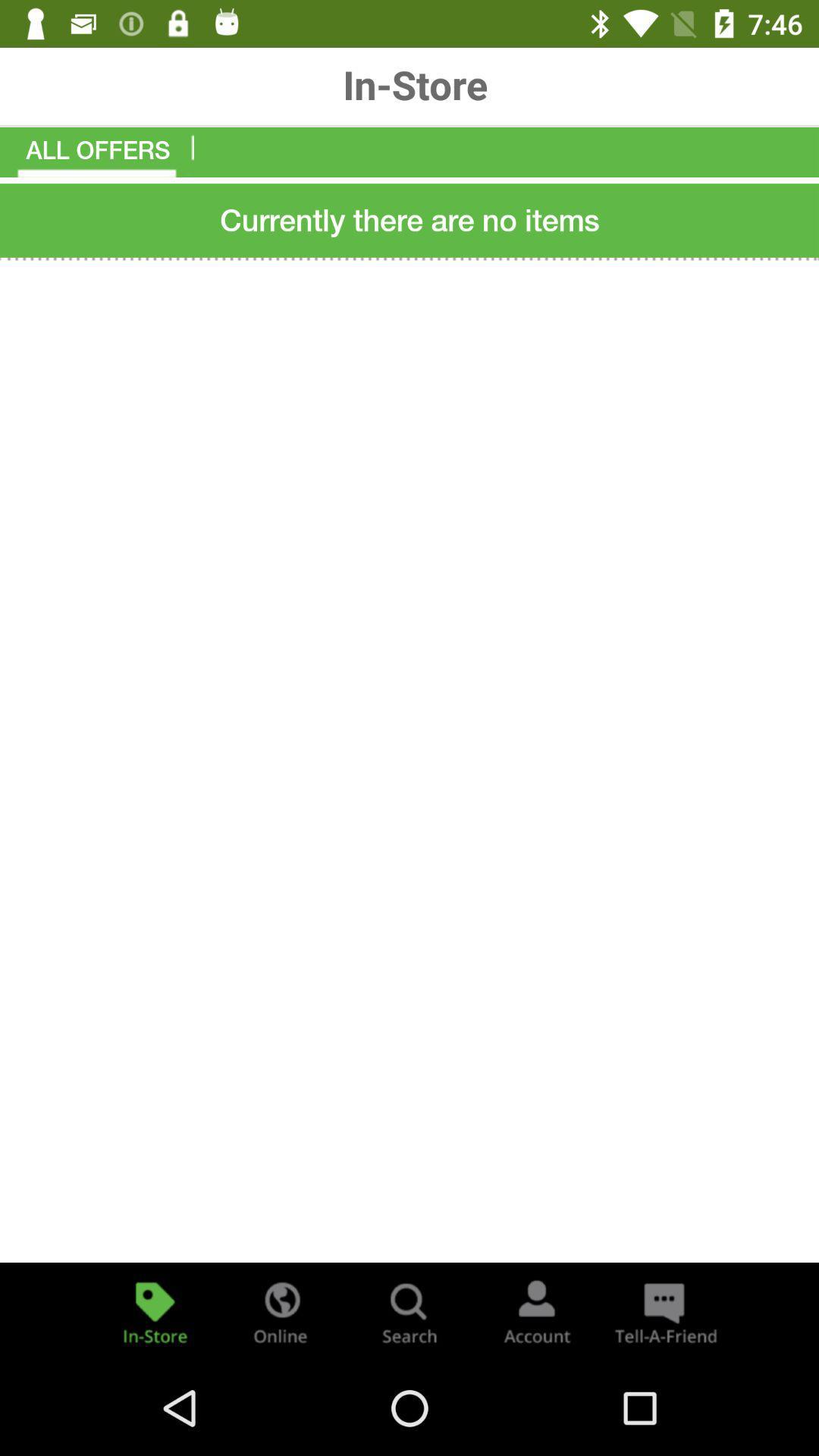  Describe the element at coordinates (281, 1310) in the screenshot. I see `online deal offers` at that location.